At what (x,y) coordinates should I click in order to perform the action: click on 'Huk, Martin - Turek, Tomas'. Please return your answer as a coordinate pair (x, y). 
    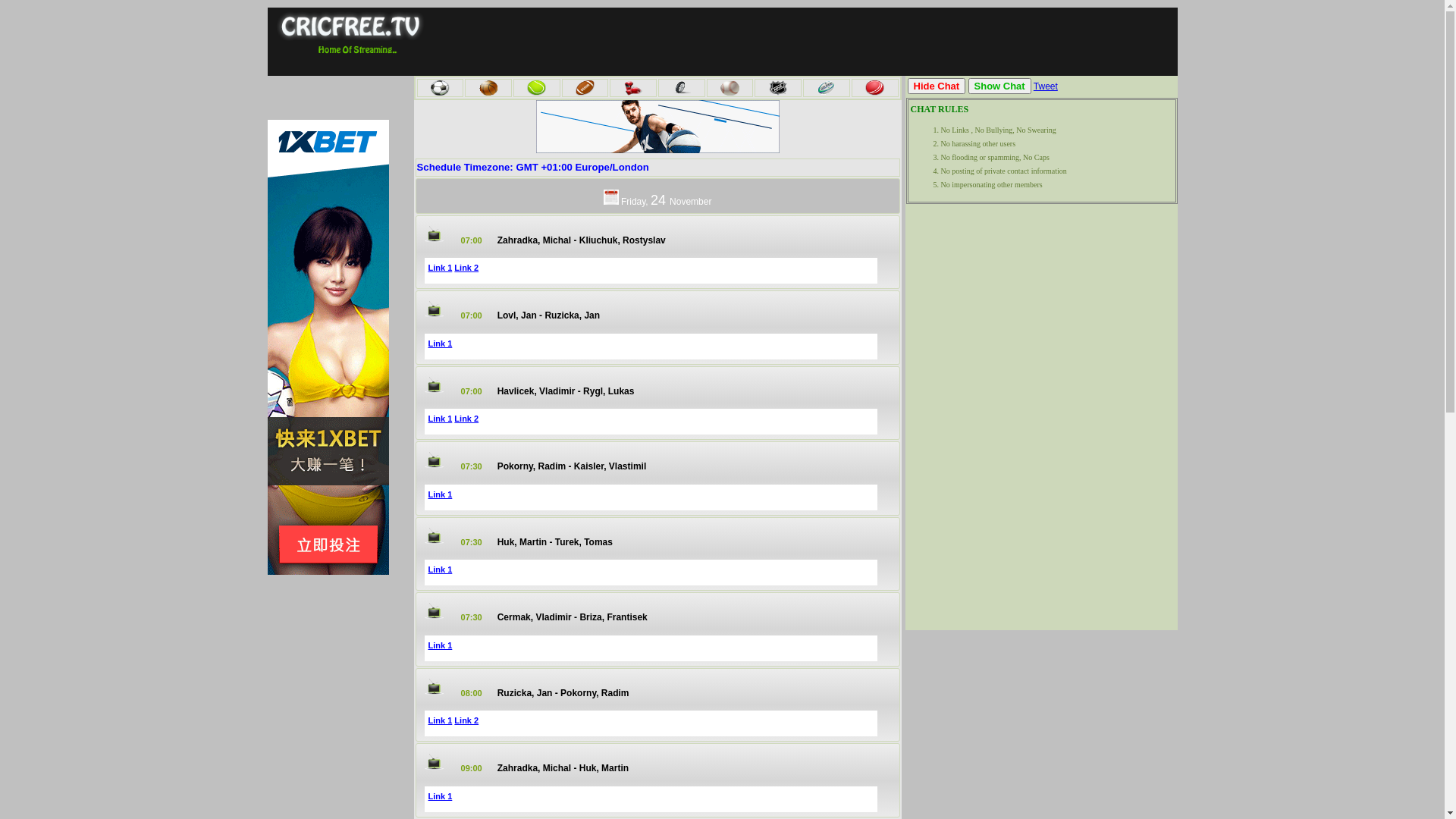
    Looking at the image, I should click on (497, 541).